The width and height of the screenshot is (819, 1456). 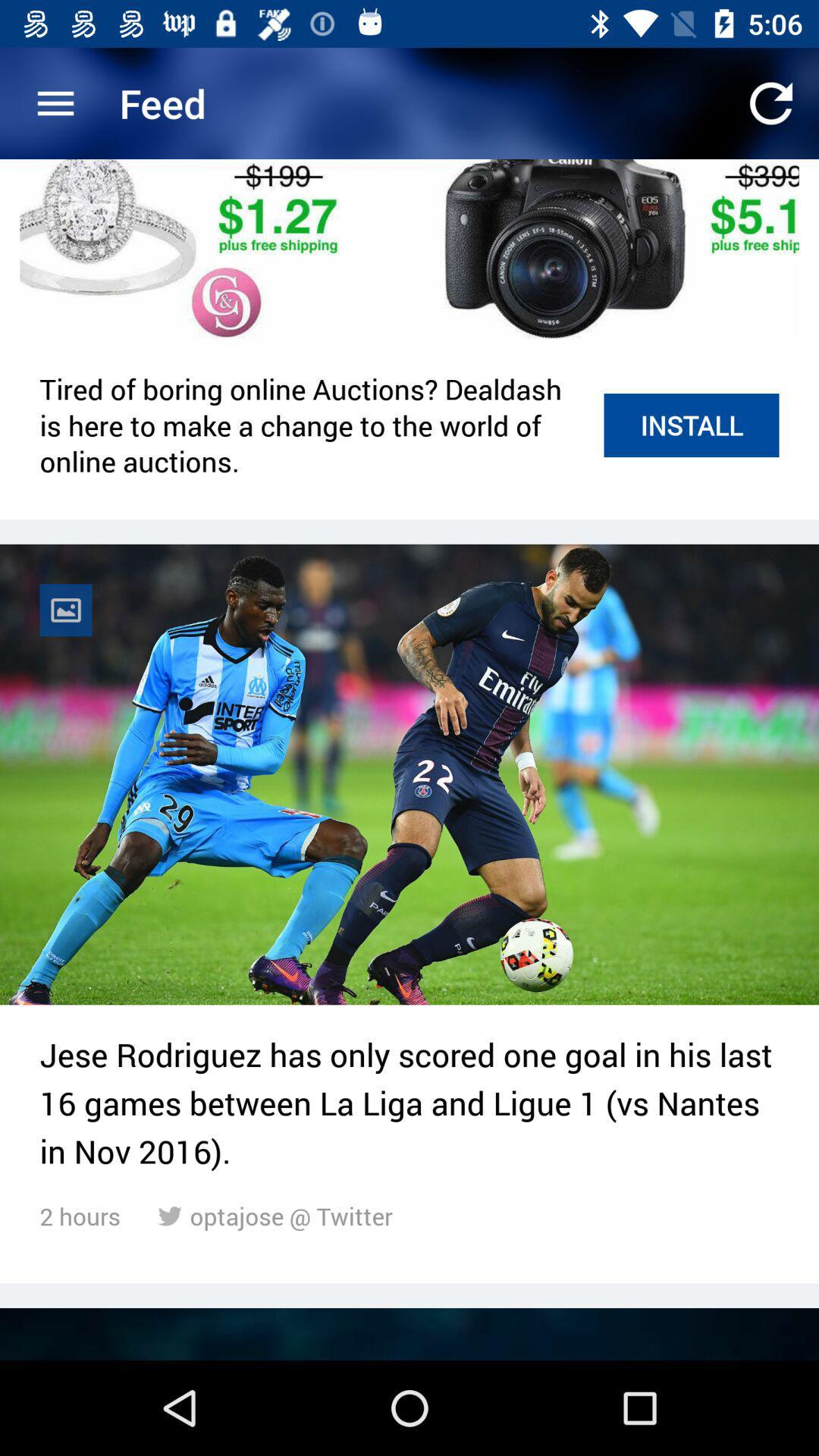 What do you see at coordinates (312, 425) in the screenshot?
I see `icon next to install item` at bounding box center [312, 425].